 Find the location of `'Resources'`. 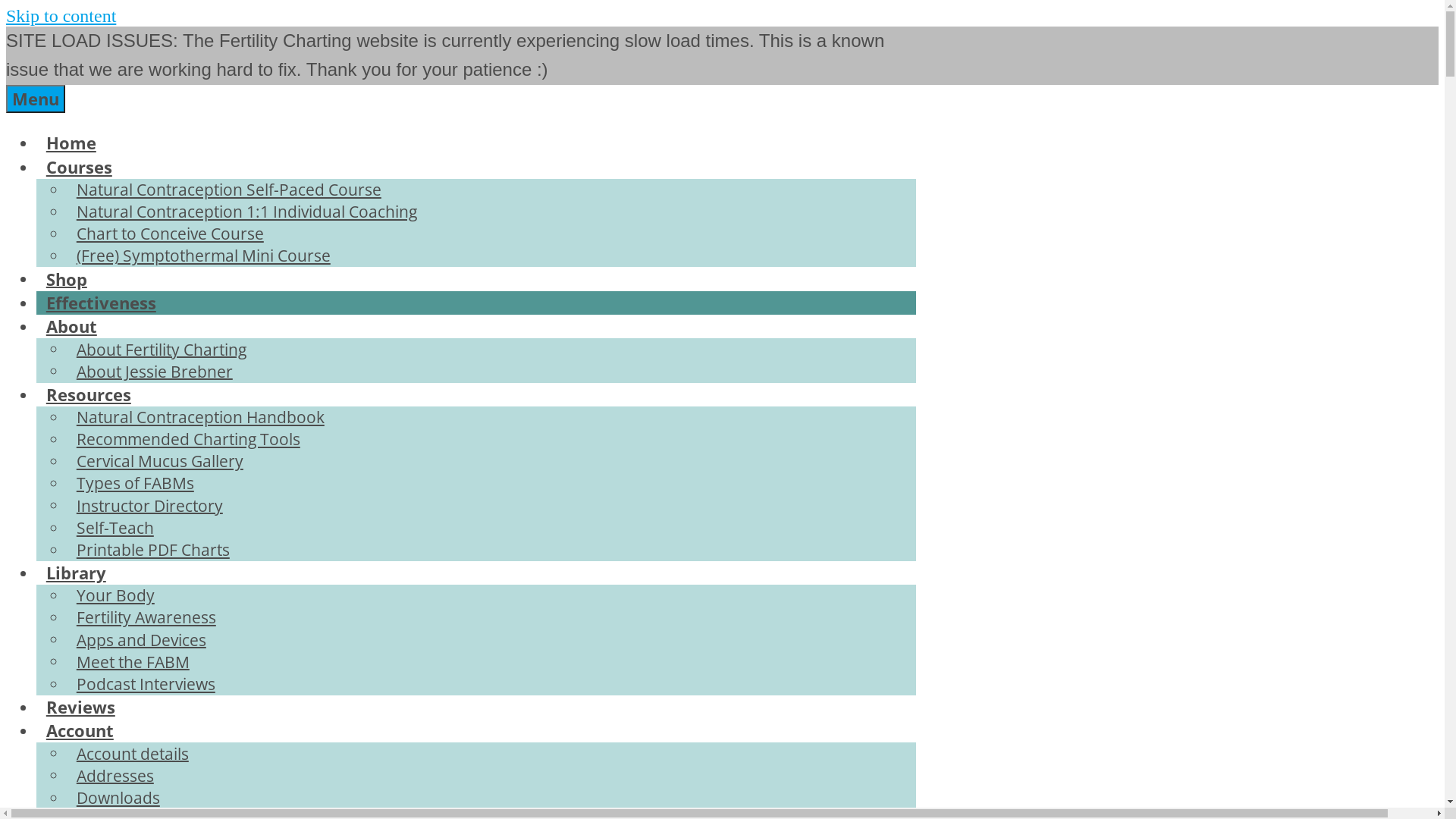

'Resources' is located at coordinates (87, 394).